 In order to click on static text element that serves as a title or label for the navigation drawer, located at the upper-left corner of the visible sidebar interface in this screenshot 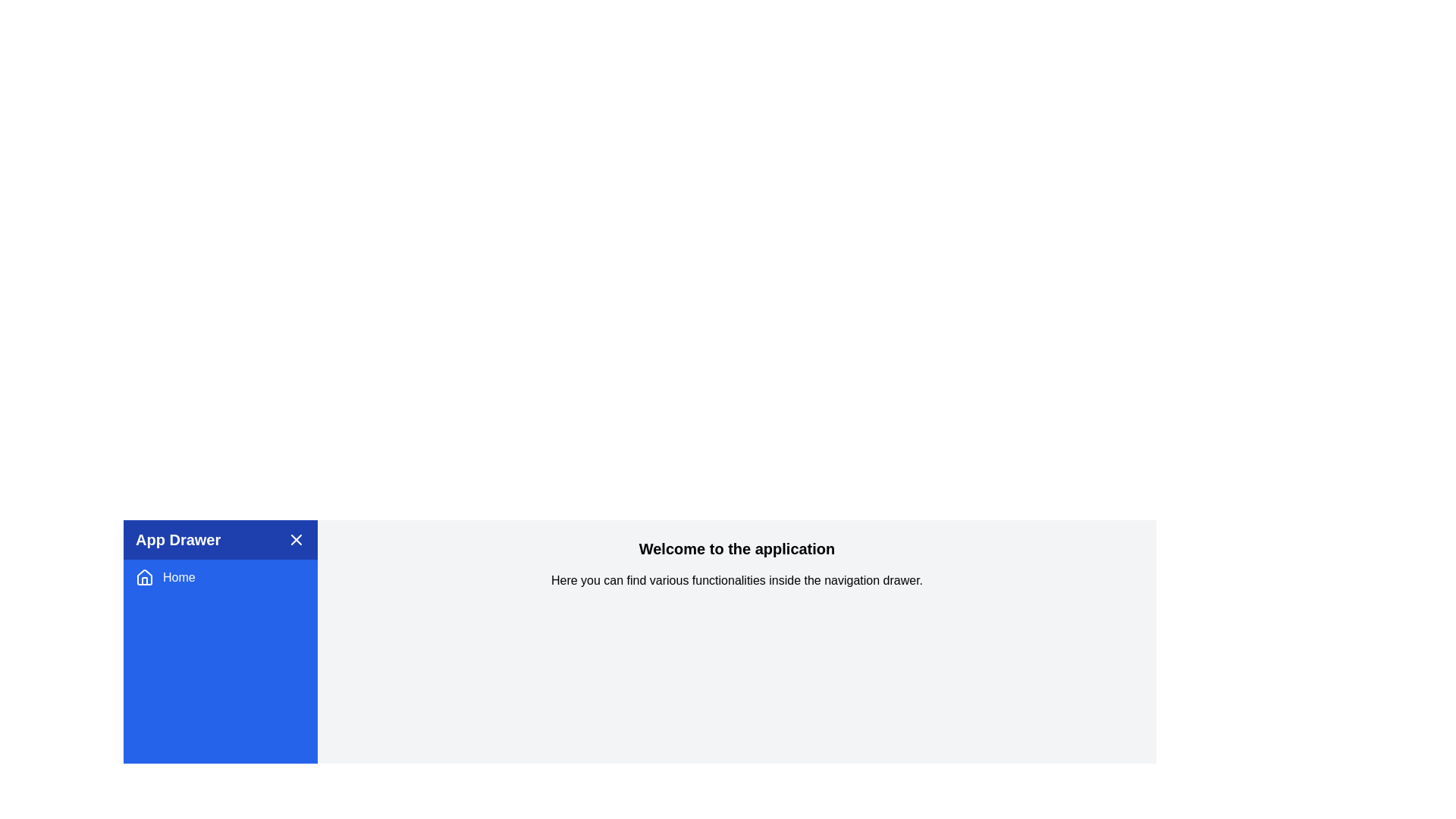, I will do `click(178, 539)`.